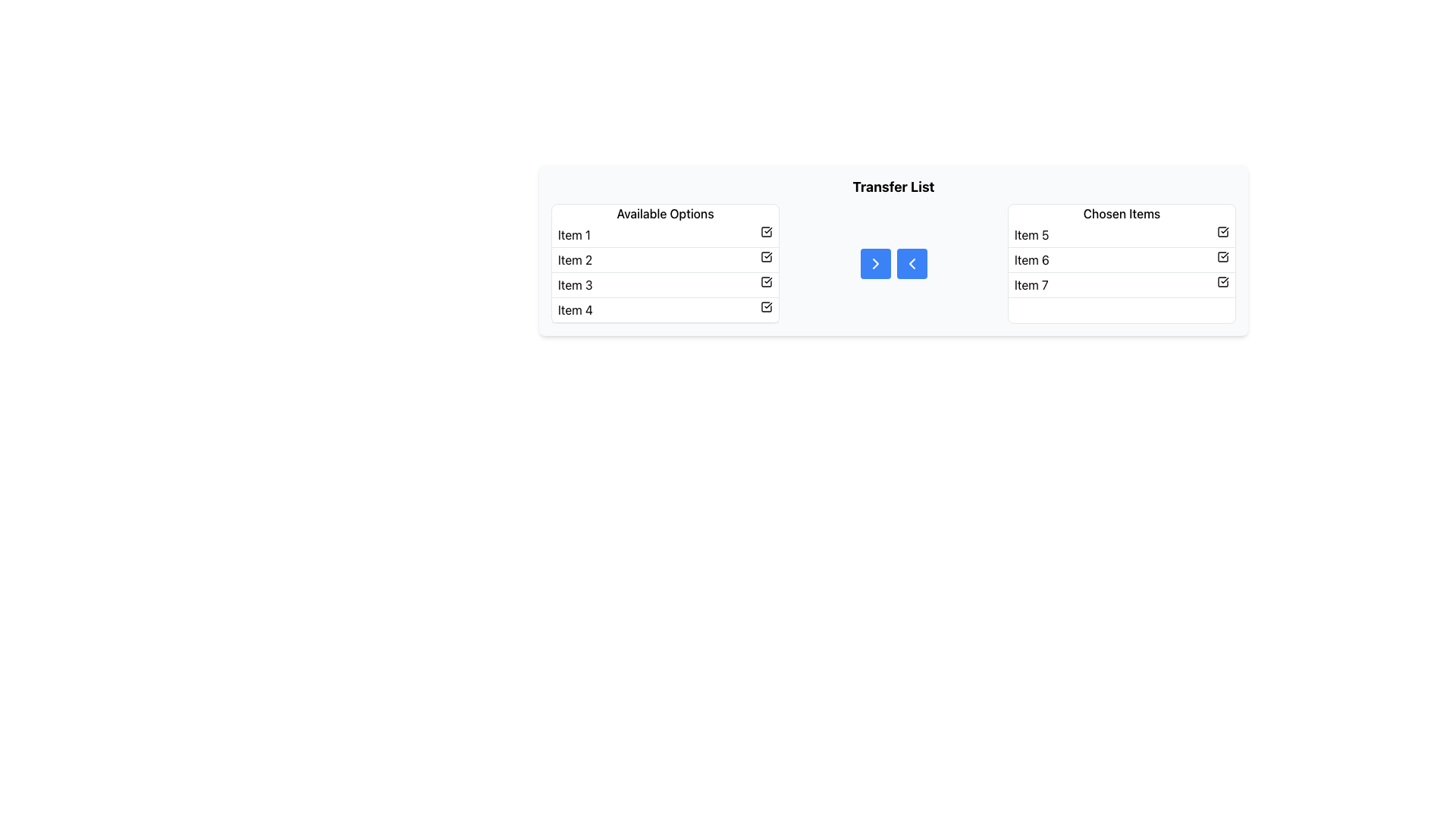 The width and height of the screenshot is (1456, 819). I want to click on the left-pointing chevron icon used for navigation in the Transfer List interface, located between the 'Available Options' and 'Chosen Items' lists, so click(911, 262).